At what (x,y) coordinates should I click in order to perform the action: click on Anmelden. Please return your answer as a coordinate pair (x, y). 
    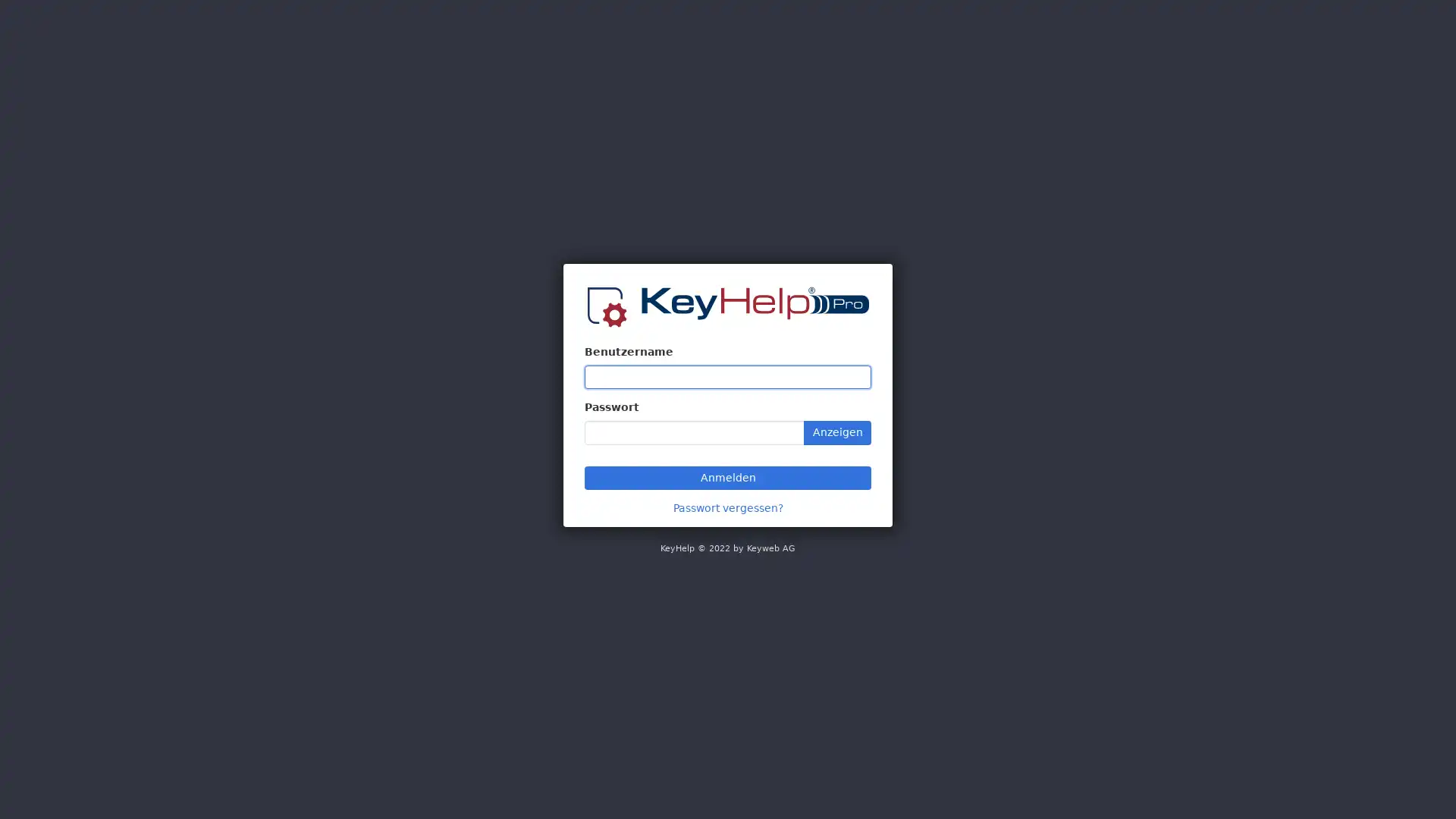
    Looking at the image, I should click on (728, 476).